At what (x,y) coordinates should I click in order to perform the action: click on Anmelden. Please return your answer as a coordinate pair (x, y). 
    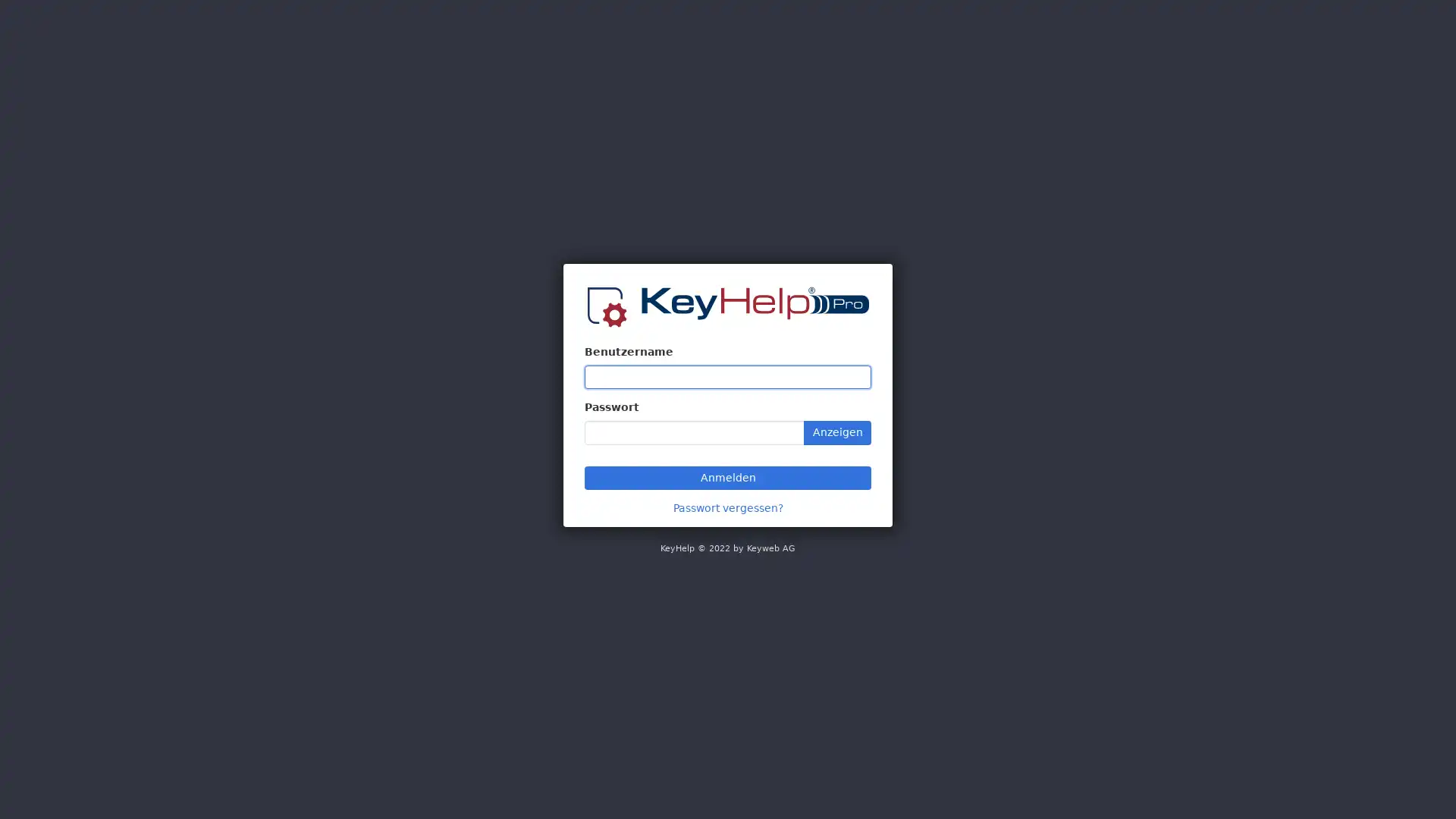
    Looking at the image, I should click on (728, 476).